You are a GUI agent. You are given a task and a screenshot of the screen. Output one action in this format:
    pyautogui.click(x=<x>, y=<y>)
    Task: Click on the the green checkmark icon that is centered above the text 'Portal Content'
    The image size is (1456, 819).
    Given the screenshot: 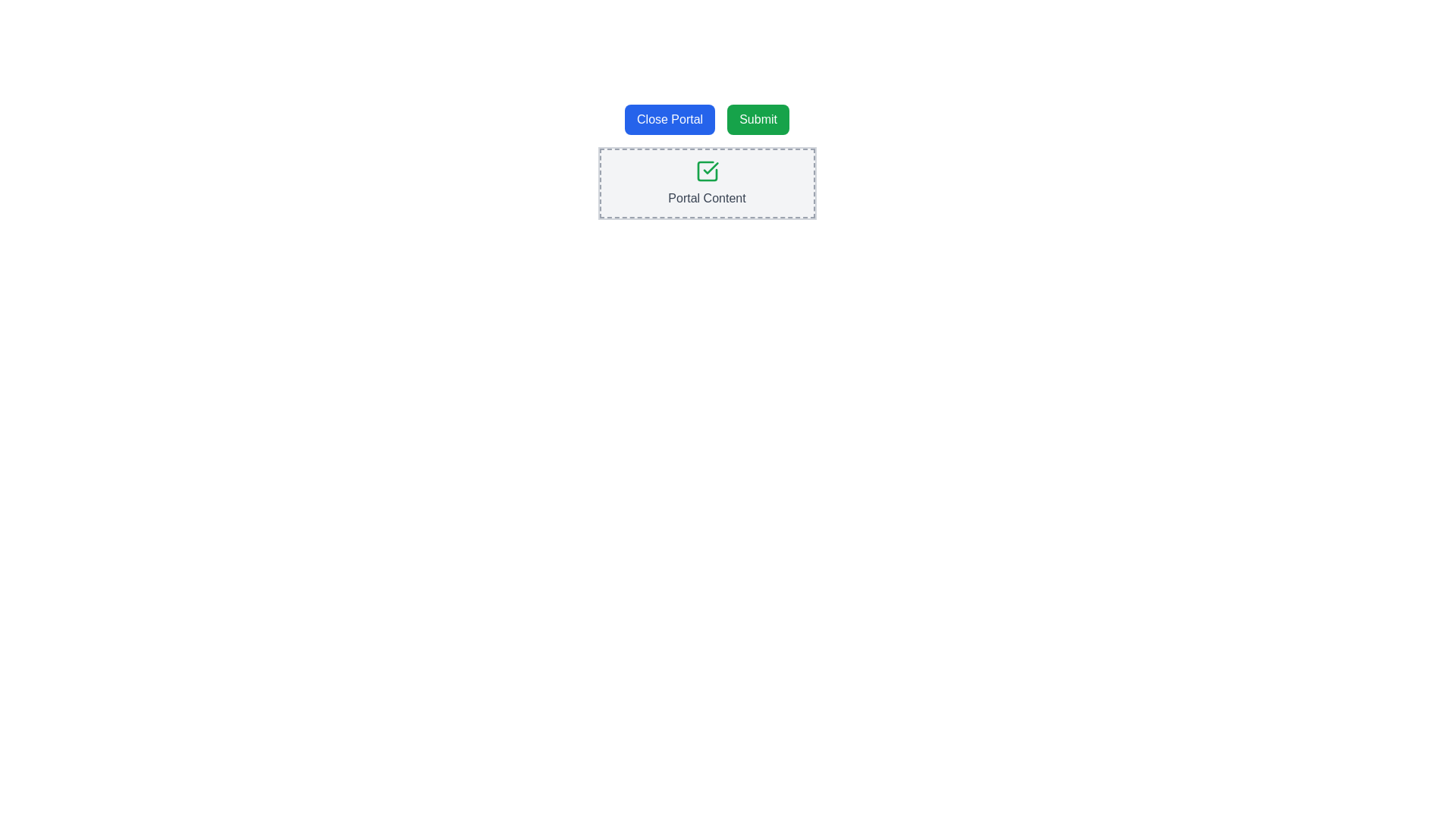 What is the action you would take?
    pyautogui.click(x=706, y=171)
    